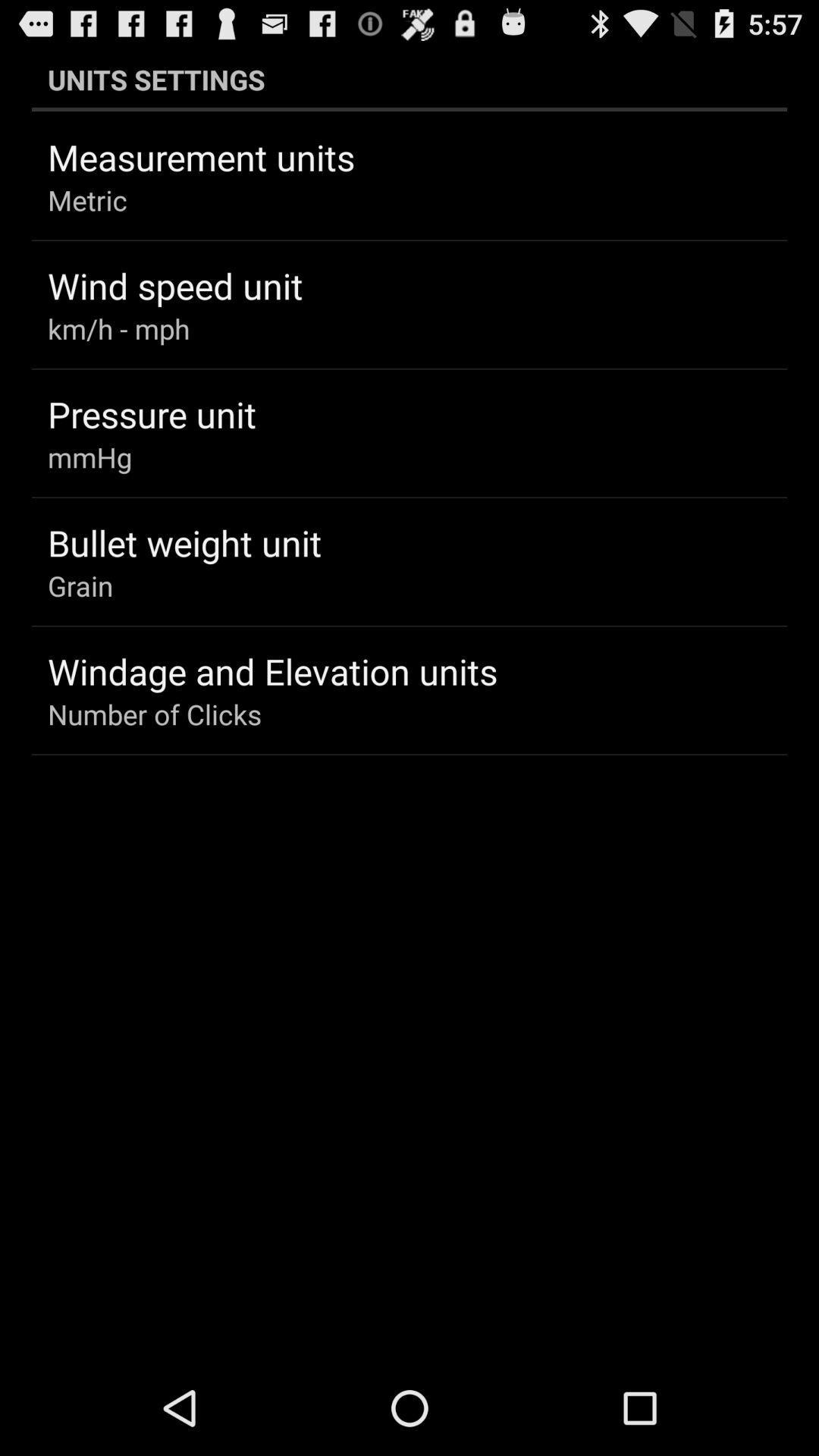  What do you see at coordinates (409, 79) in the screenshot?
I see `the icon above measurement units app` at bounding box center [409, 79].